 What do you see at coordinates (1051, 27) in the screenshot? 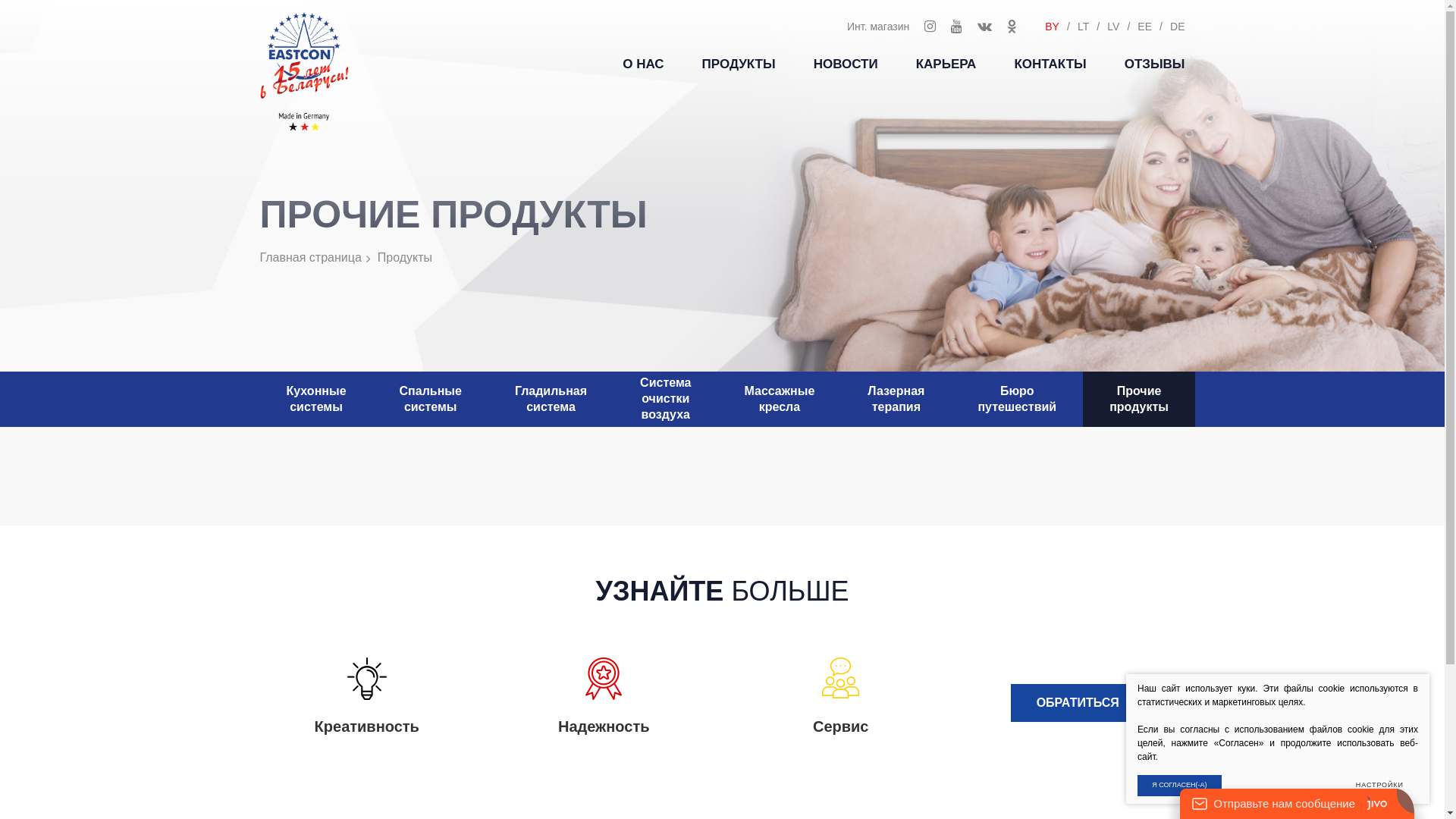
I see `'BY'` at bounding box center [1051, 27].